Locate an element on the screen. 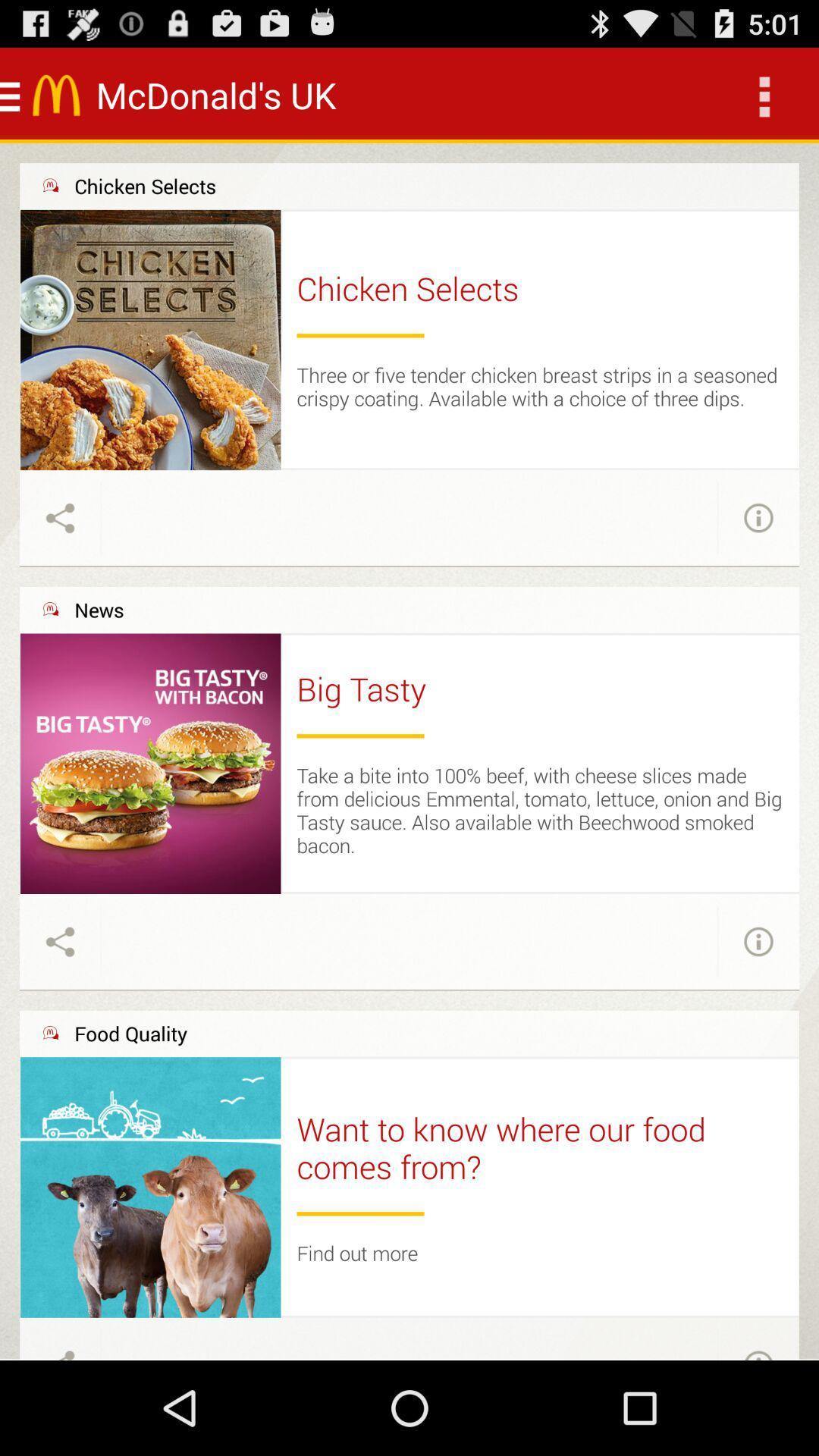 This screenshot has height=1456, width=819. the item above the three or five icon is located at coordinates (360, 334).